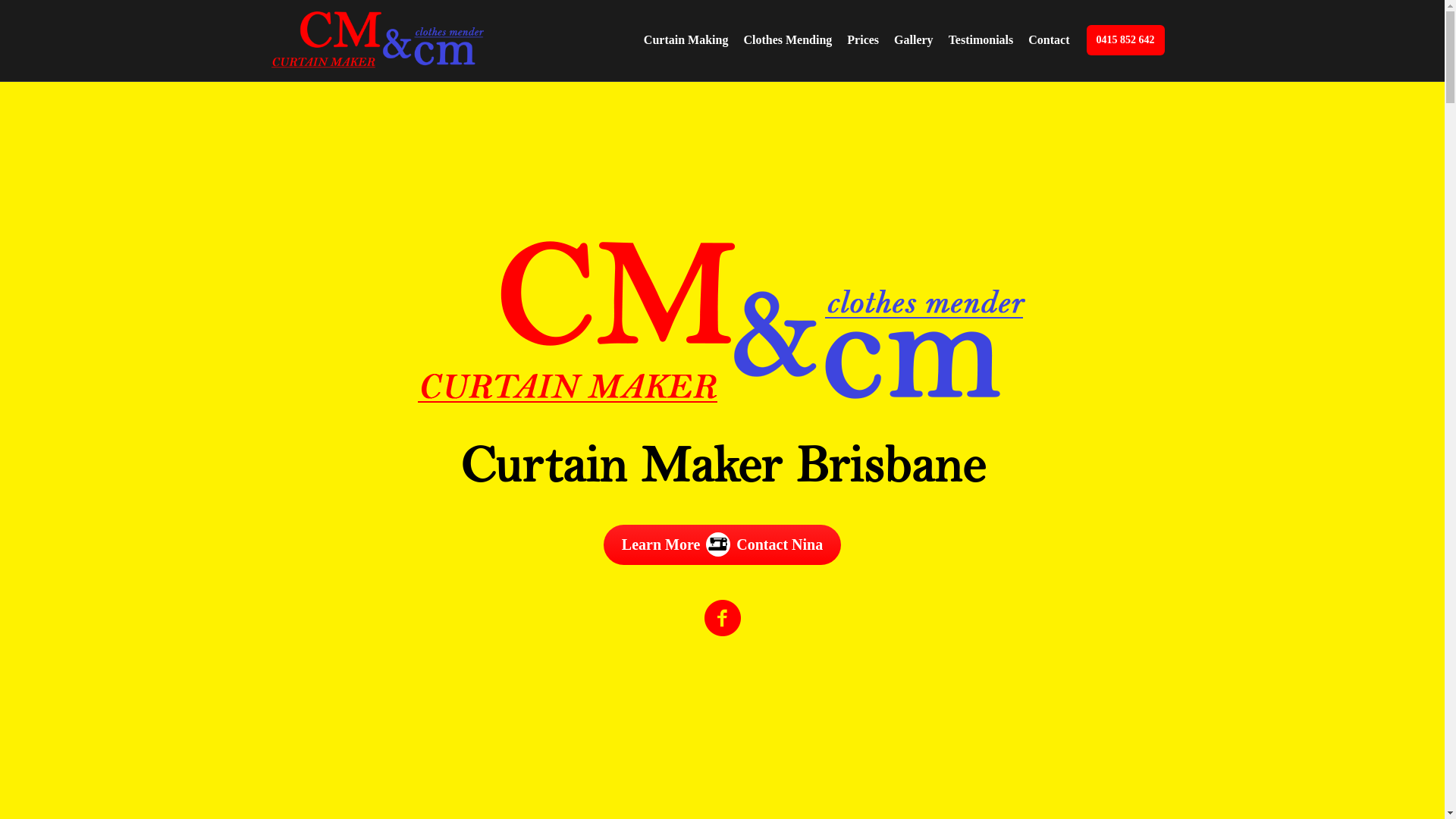 The width and height of the screenshot is (1456, 819). Describe the element at coordinates (603, 544) in the screenshot. I see `'Learn More'` at that location.